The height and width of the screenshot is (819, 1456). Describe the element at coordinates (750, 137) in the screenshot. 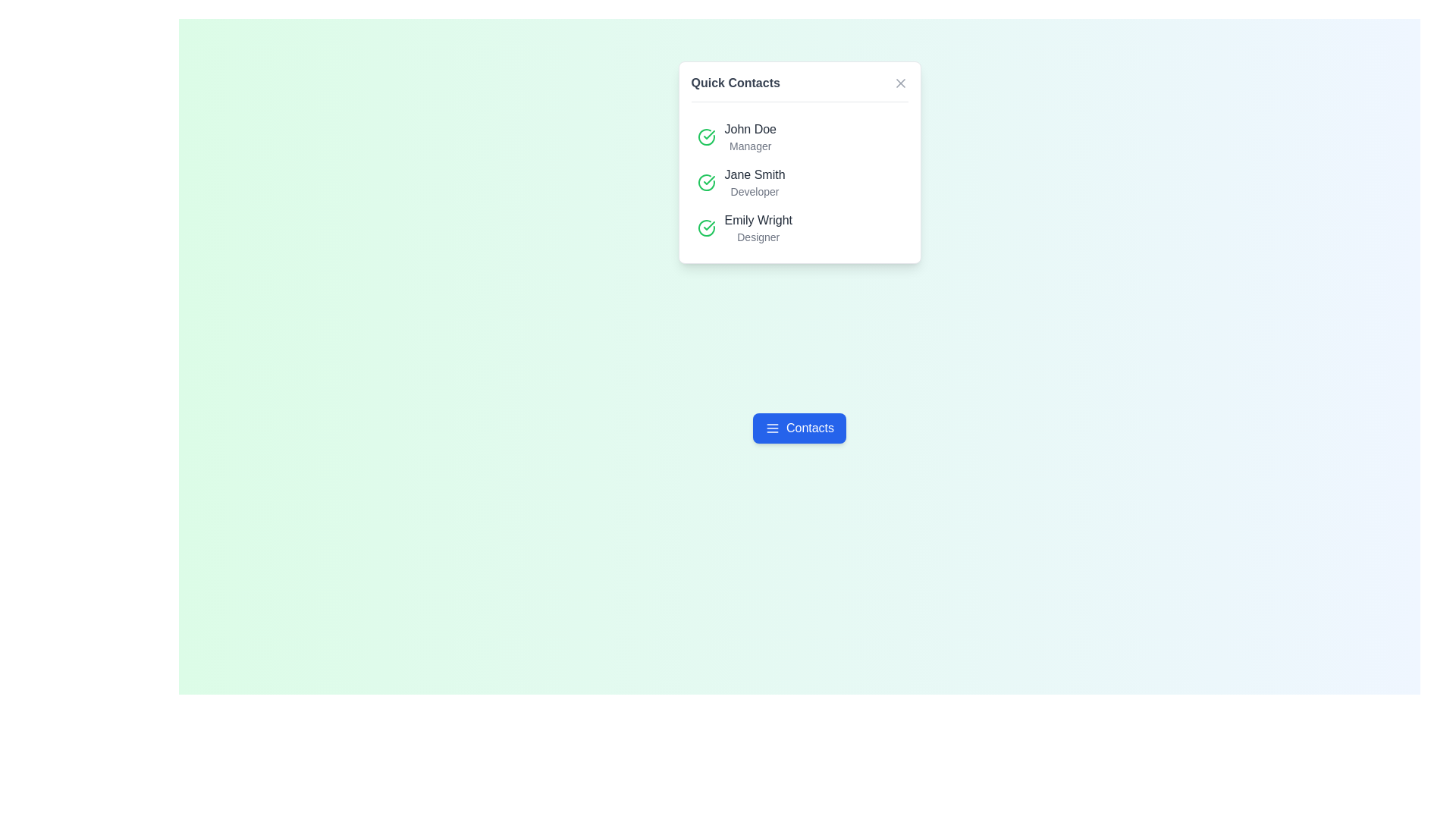

I see `the text display element containing 'John Doe' and 'Manager' in the 'Quick Contacts' card, which is the first entry in the contact list` at that location.